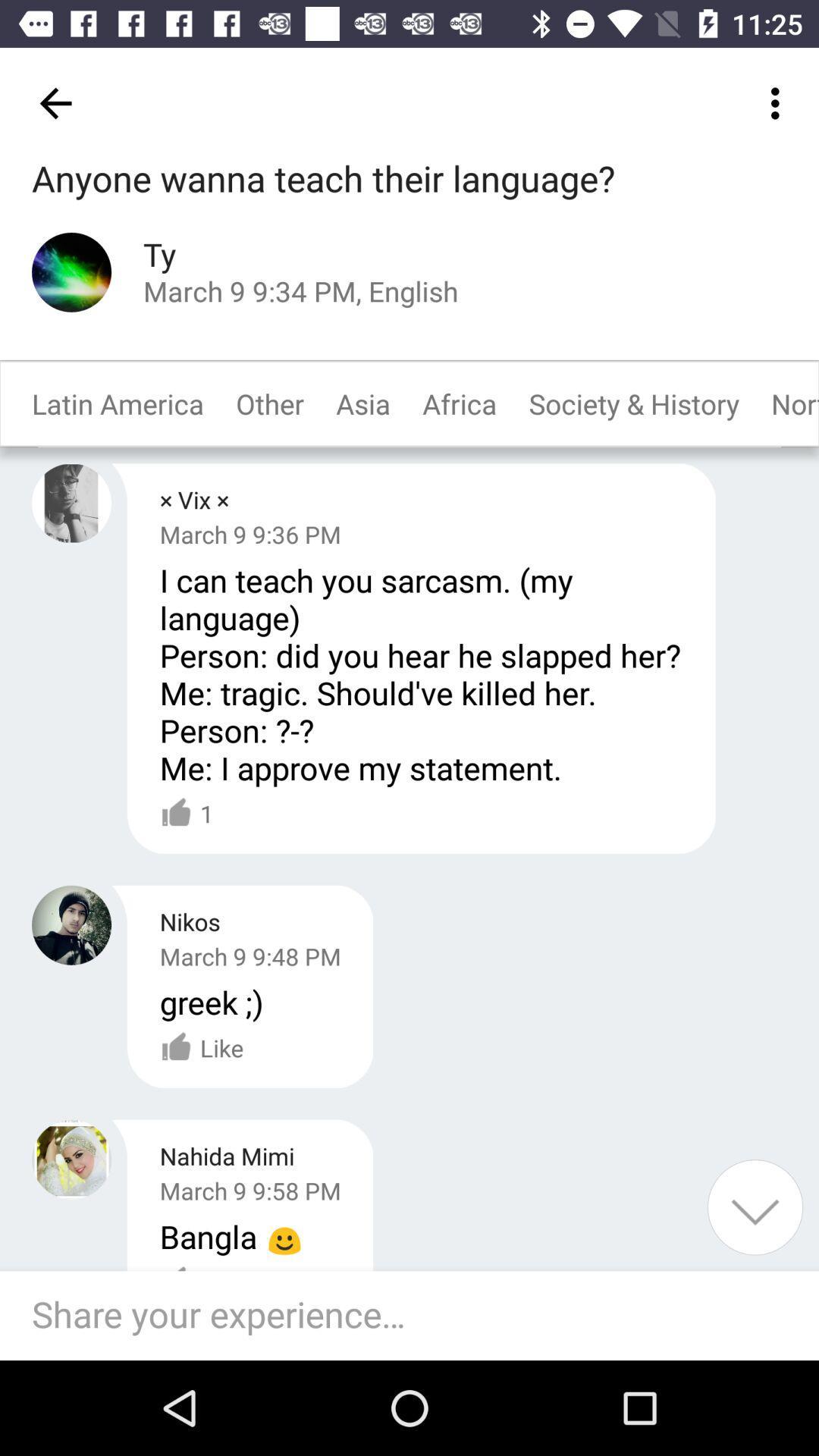 This screenshot has height=1456, width=819. I want to click on open user image, so click(71, 1159).